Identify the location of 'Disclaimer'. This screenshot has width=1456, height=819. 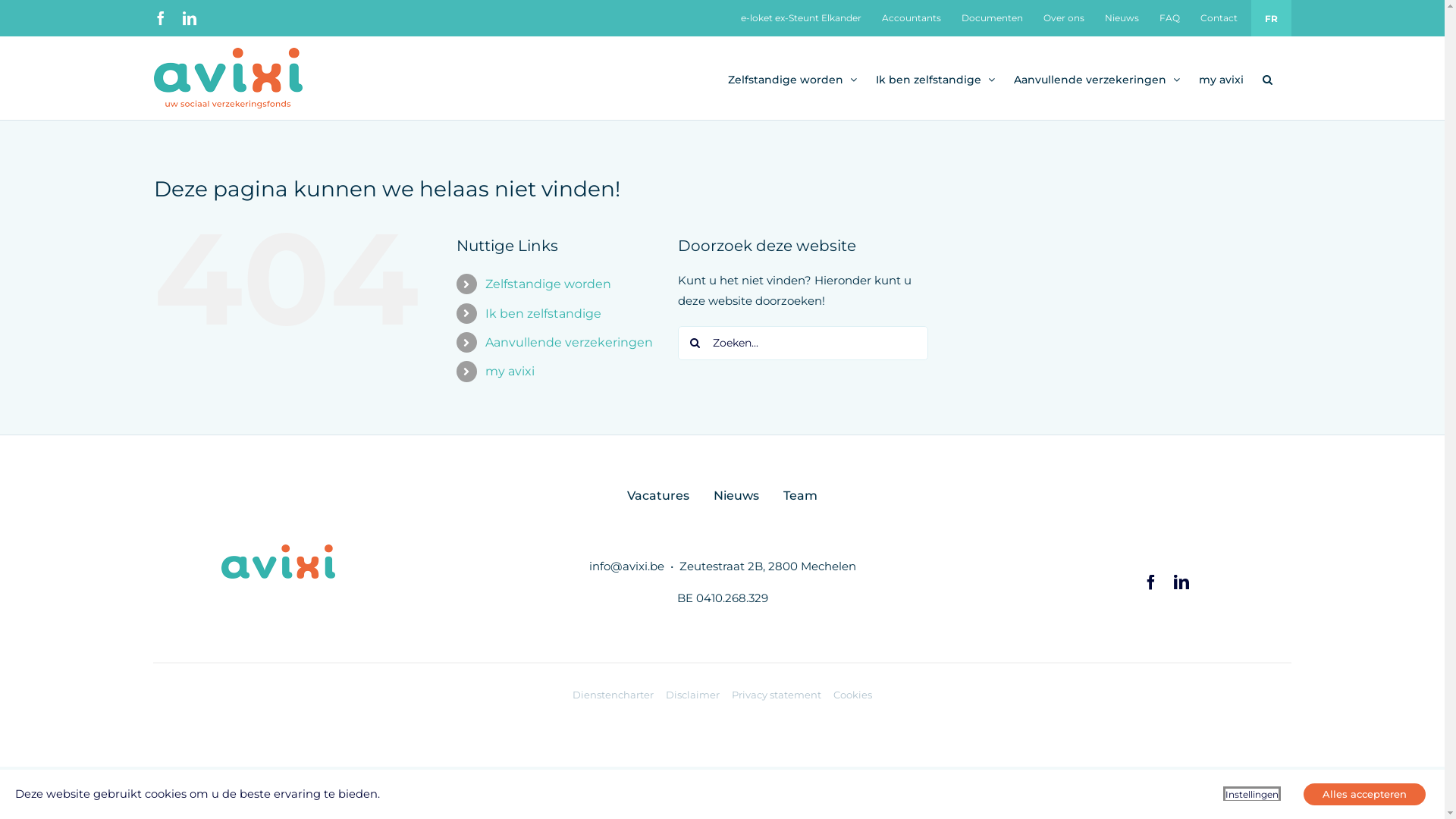
(666, 695).